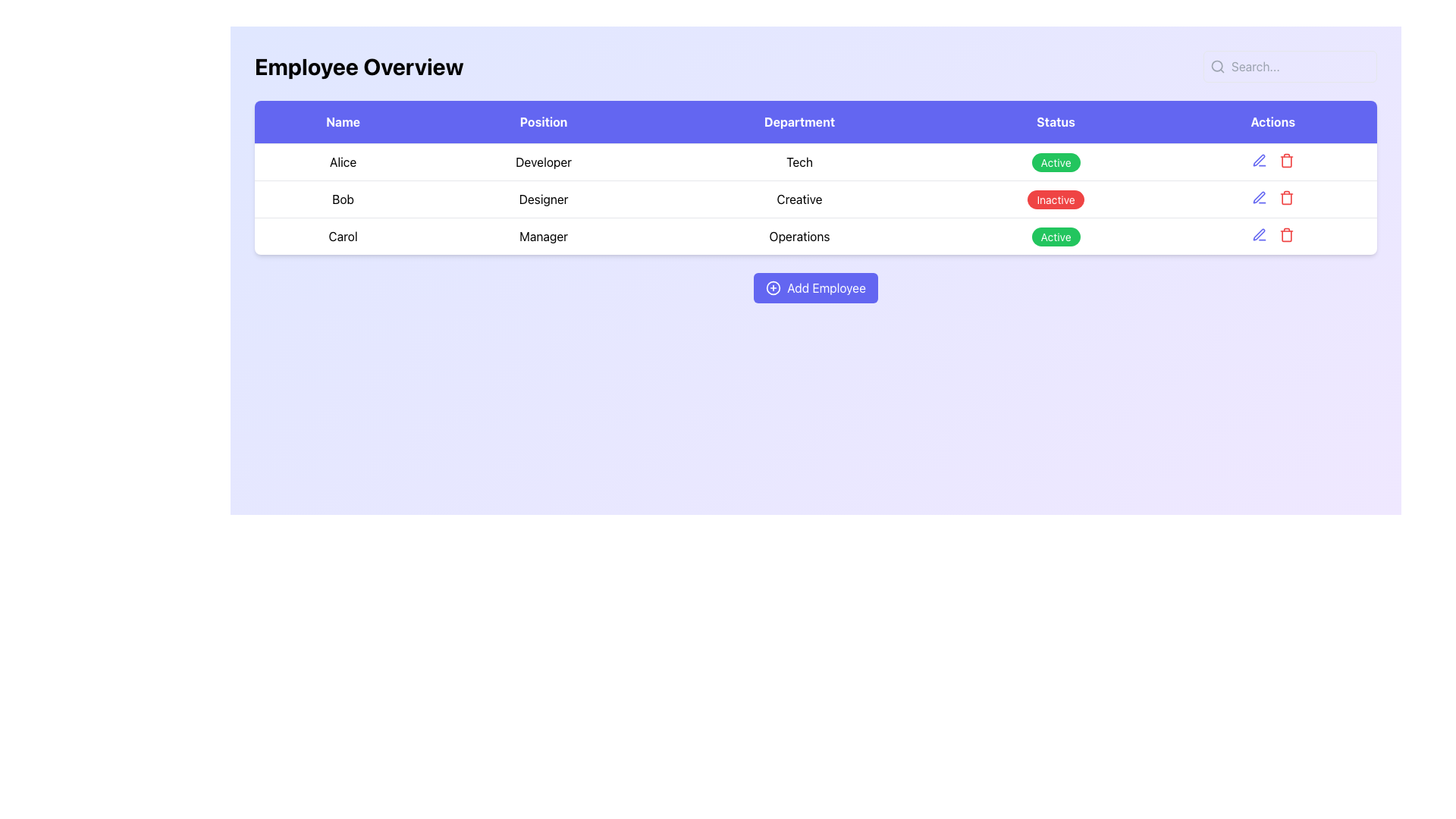 This screenshot has height=819, width=1456. I want to click on the prominent blue 'Add Employee' button located below the employee details table, so click(814, 288).